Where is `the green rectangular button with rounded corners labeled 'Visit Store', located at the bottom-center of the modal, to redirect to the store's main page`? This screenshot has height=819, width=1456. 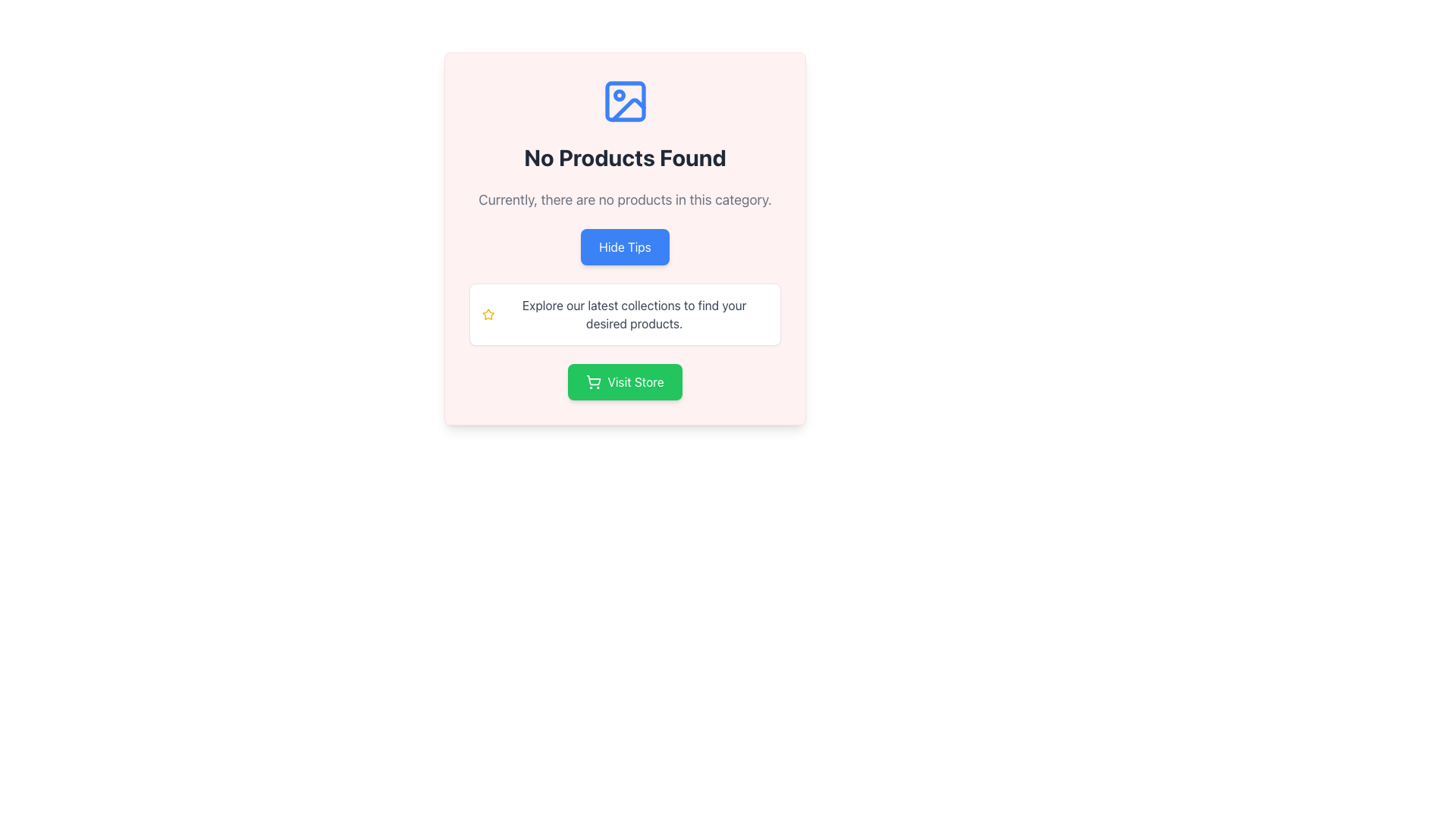
the green rectangular button with rounded corners labeled 'Visit Store', located at the bottom-center of the modal, to redirect to the store's main page is located at coordinates (625, 381).